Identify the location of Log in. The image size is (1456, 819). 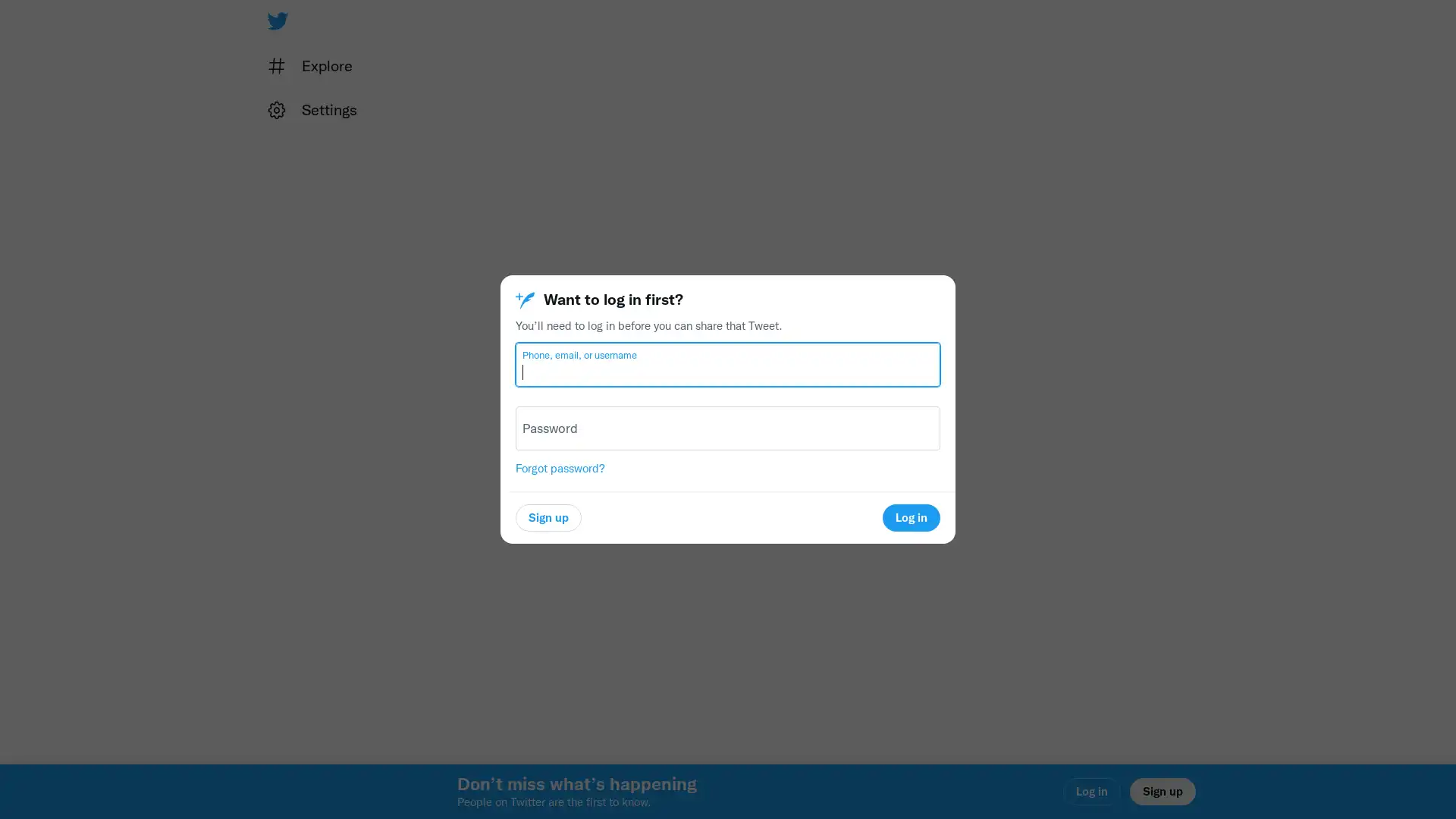
(910, 516).